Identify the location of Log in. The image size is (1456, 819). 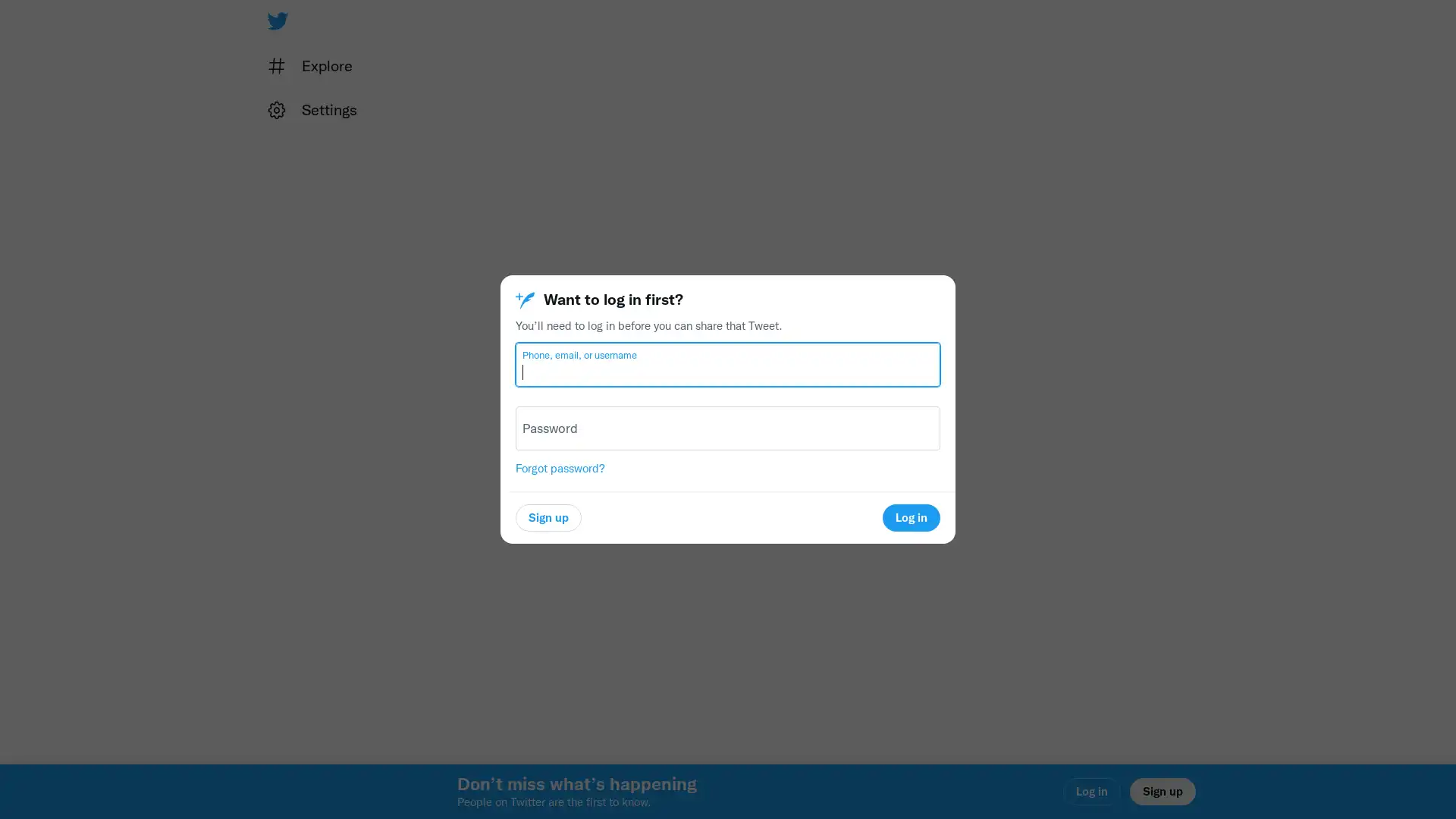
(910, 516).